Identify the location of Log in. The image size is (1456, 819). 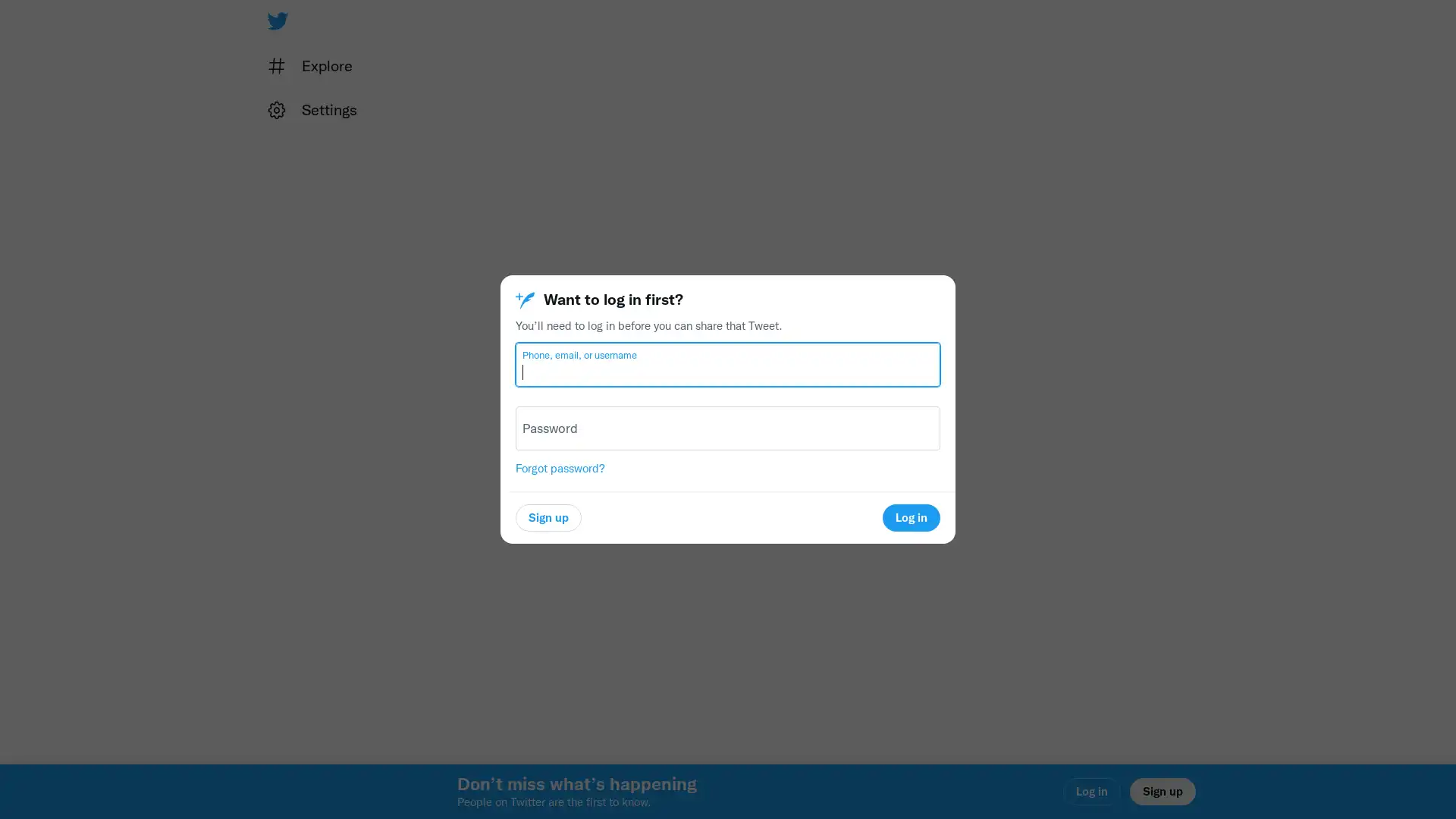
(910, 516).